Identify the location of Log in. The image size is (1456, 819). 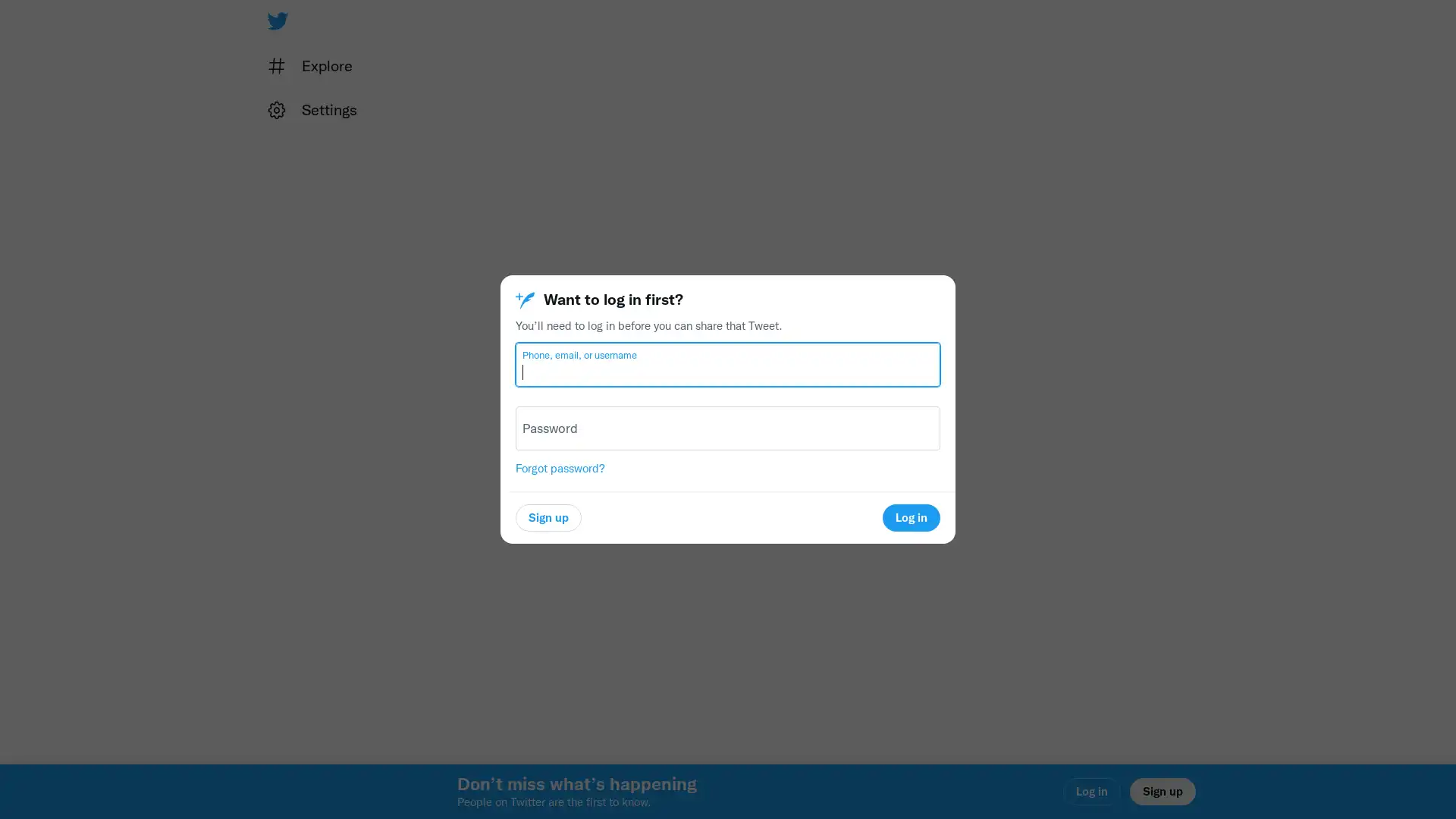
(910, 516).